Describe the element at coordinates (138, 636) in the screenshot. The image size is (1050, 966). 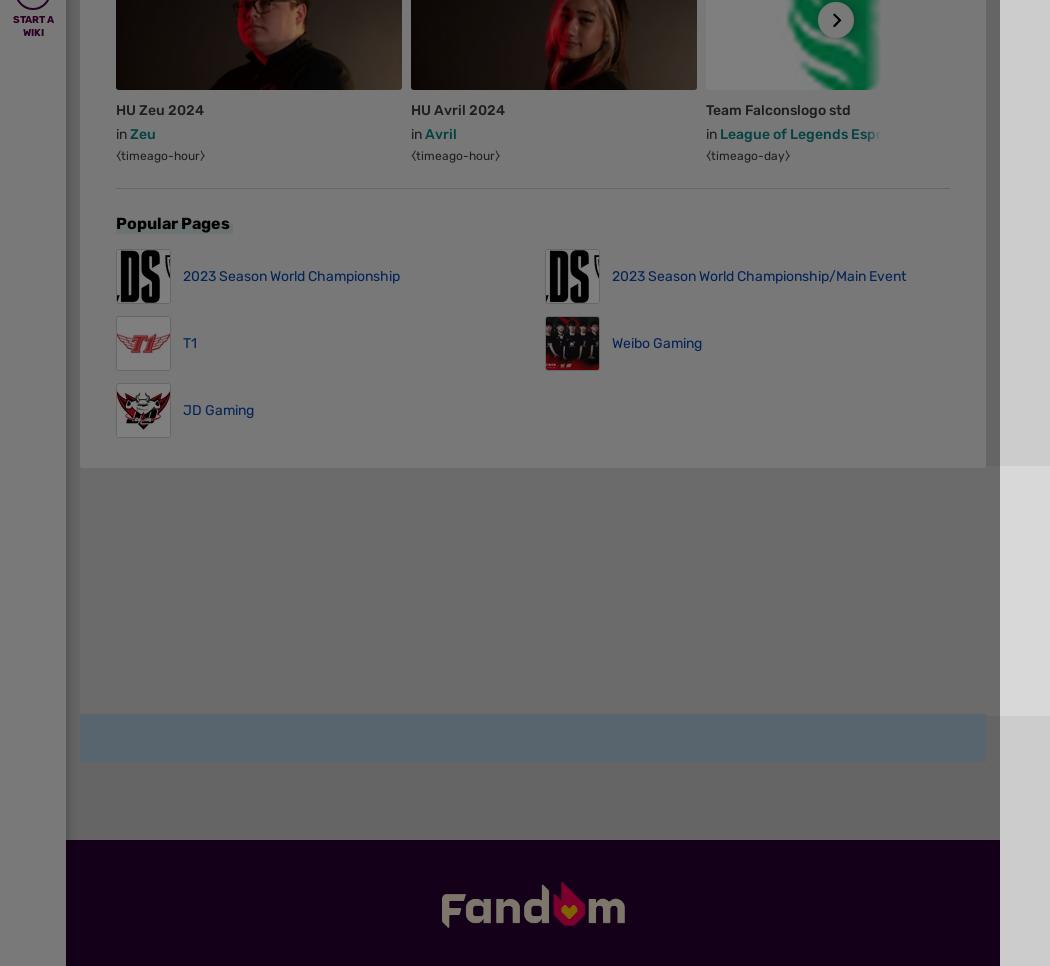
I see `'v6.23'` at that location.